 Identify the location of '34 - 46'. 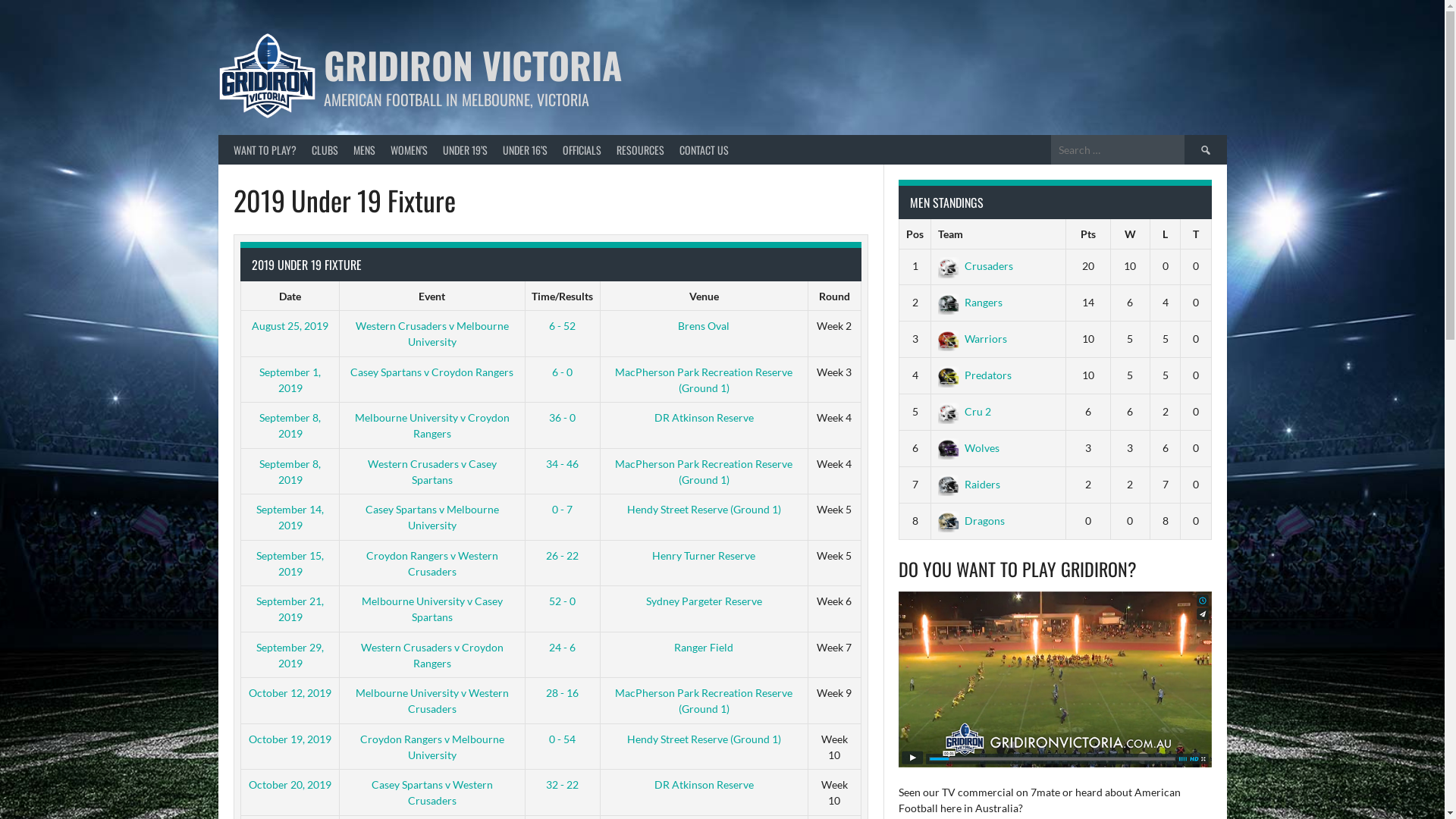
(561, 462).